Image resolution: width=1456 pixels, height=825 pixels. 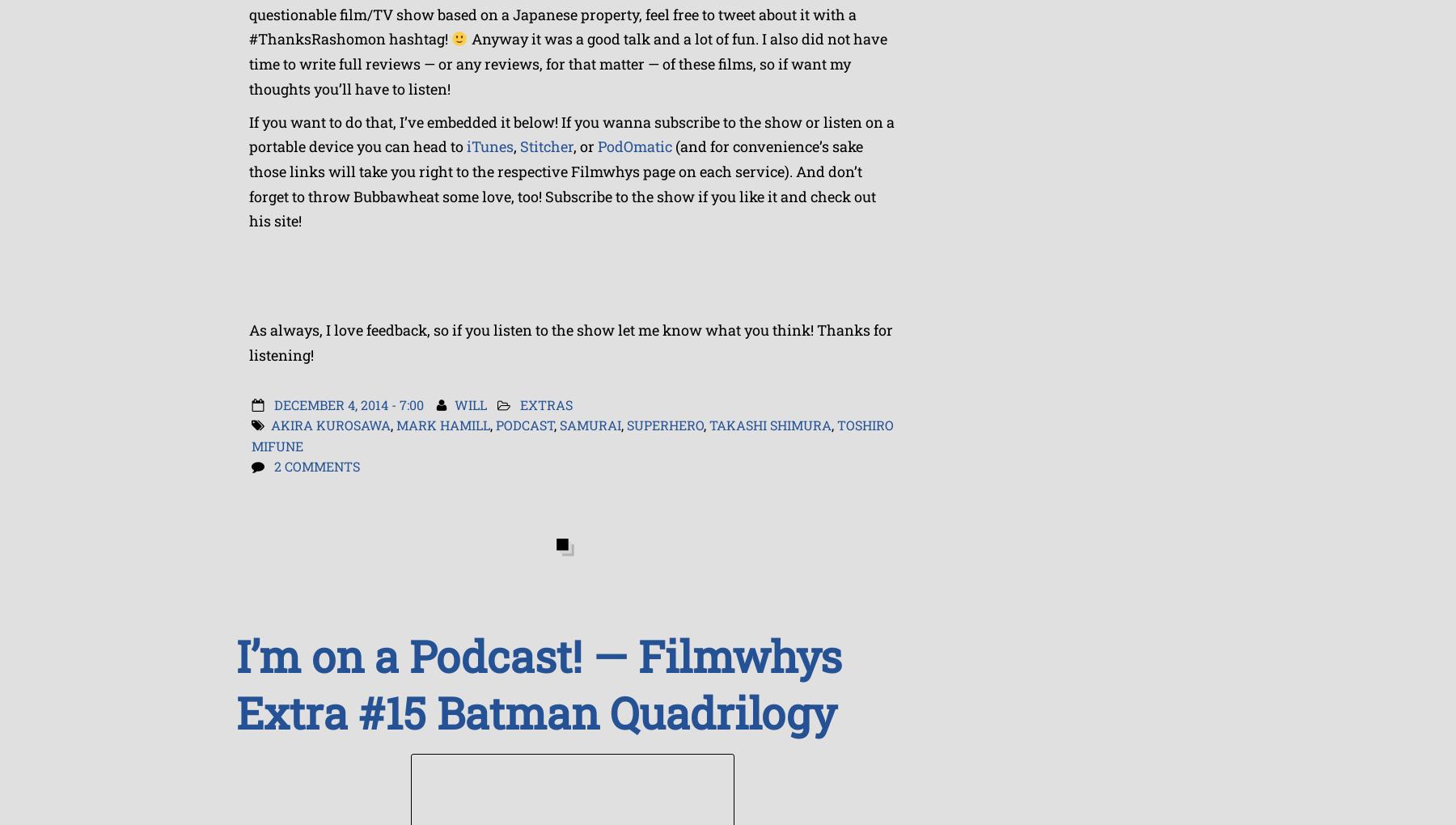 I want to click on 'Superhero', so click(x=665, y=424).